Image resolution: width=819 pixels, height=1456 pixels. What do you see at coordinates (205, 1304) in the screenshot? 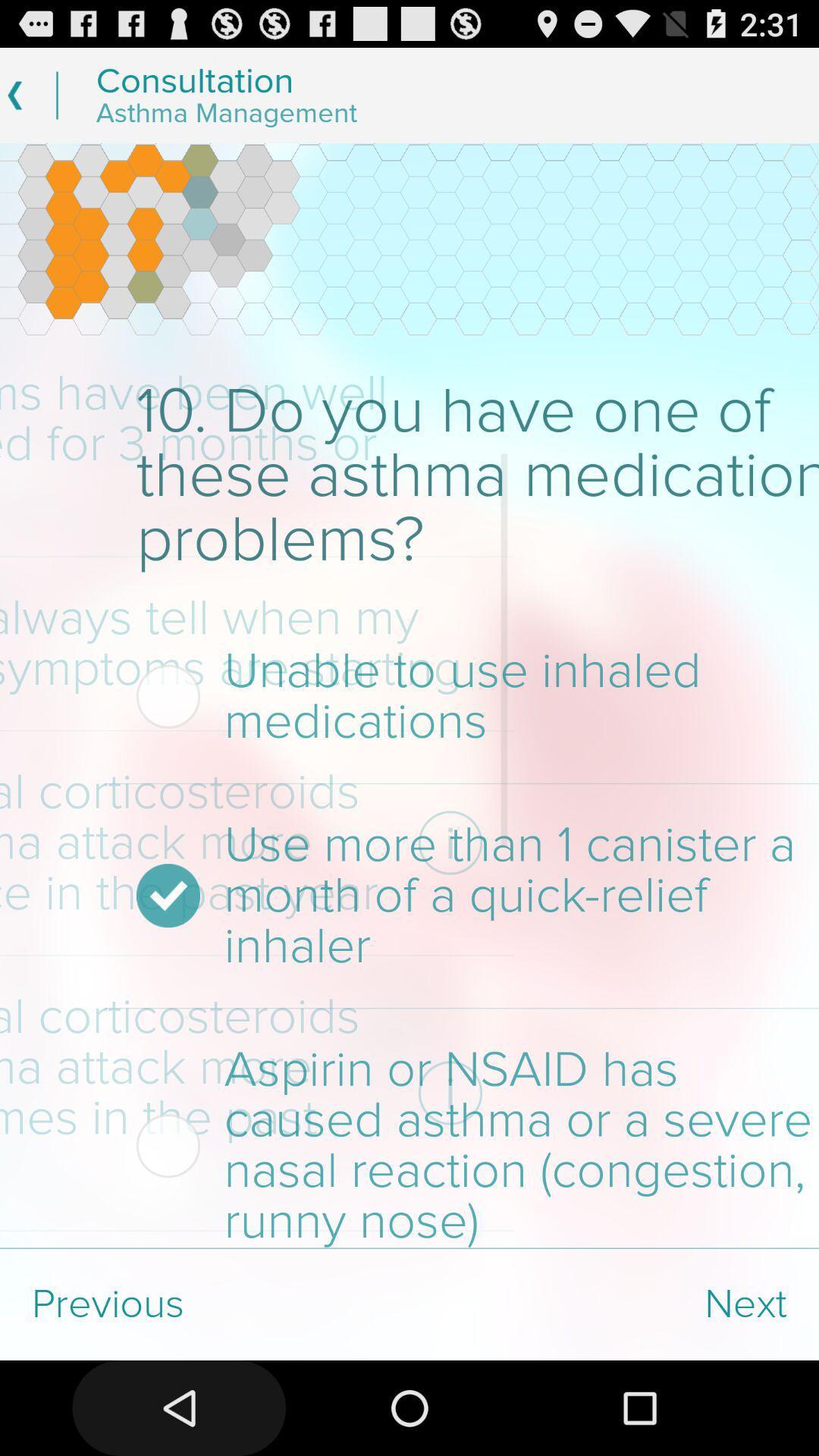
I see `icon to the left of the next icon` at bounding box center [205, 1304].